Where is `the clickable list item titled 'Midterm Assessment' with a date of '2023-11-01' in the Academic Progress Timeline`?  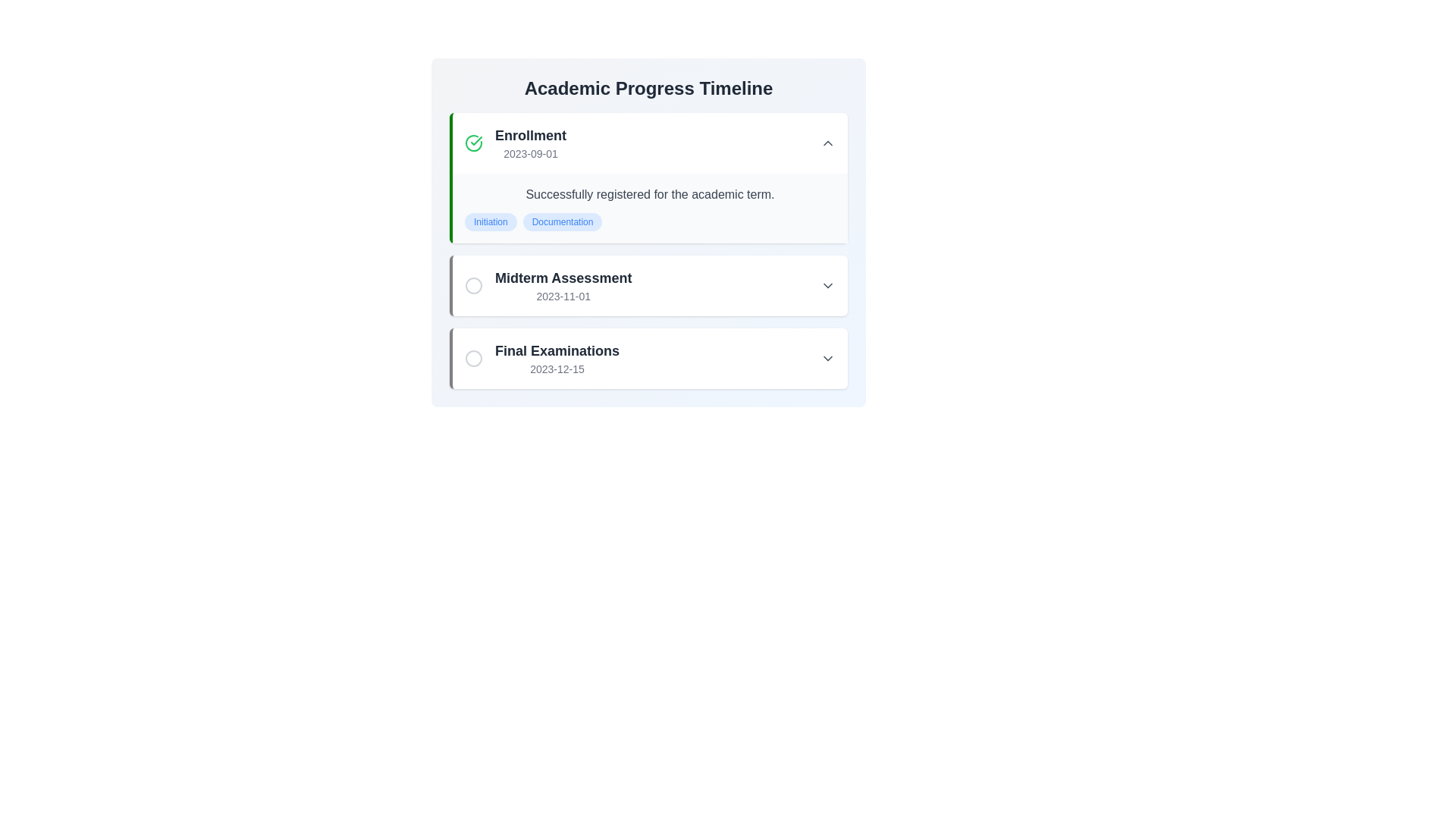 the clickable list item titled 'Midterm Assessment' with a date of '2023-11-01' in the Academic Progress Timeline is located at coordinates (548, 286).